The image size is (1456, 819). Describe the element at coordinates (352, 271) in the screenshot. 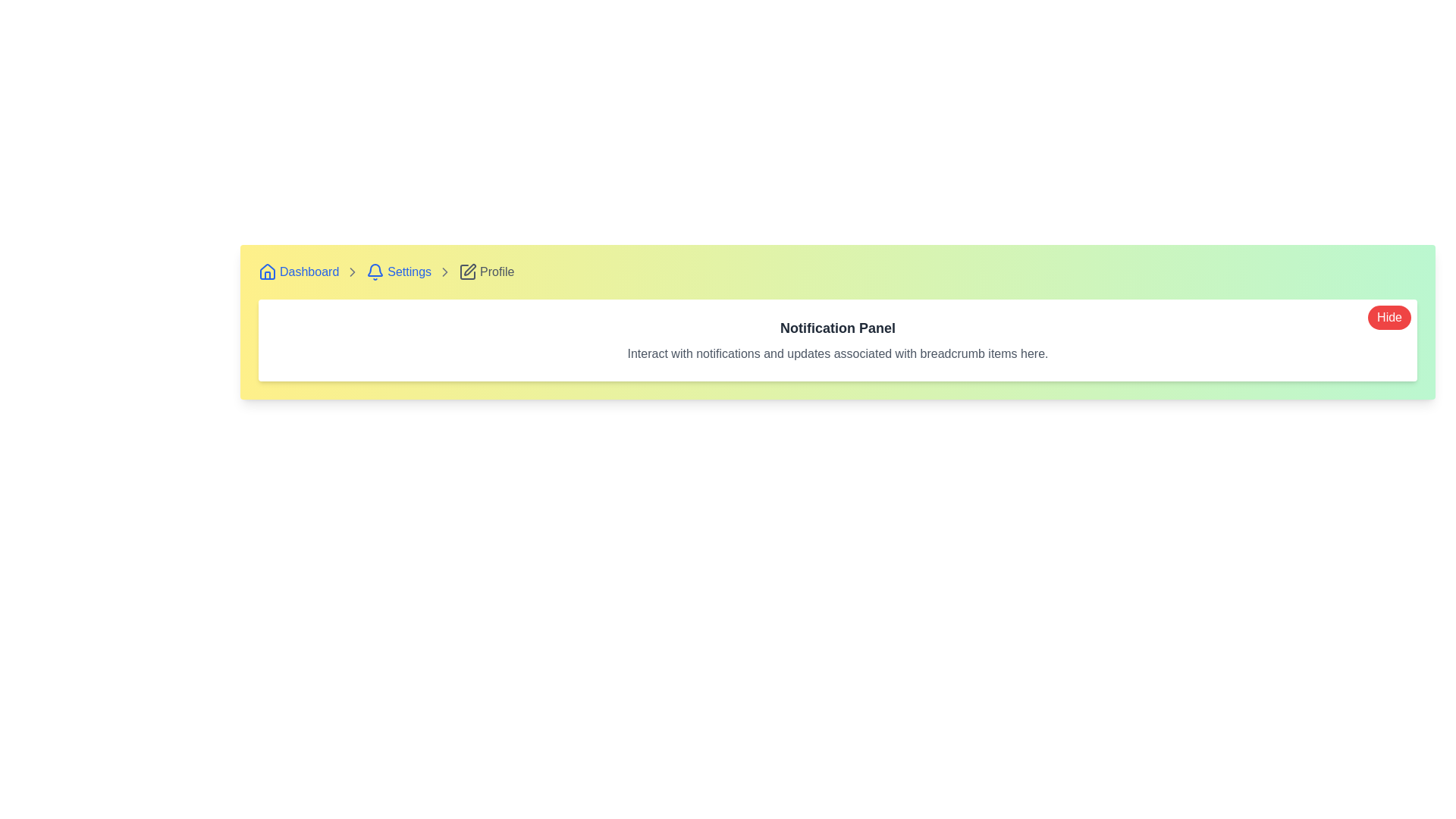

I see `the right-pointing chevron icon in the breadcrumb navigation, which separates the 'Settings' and 'Profile' texts` at that location.